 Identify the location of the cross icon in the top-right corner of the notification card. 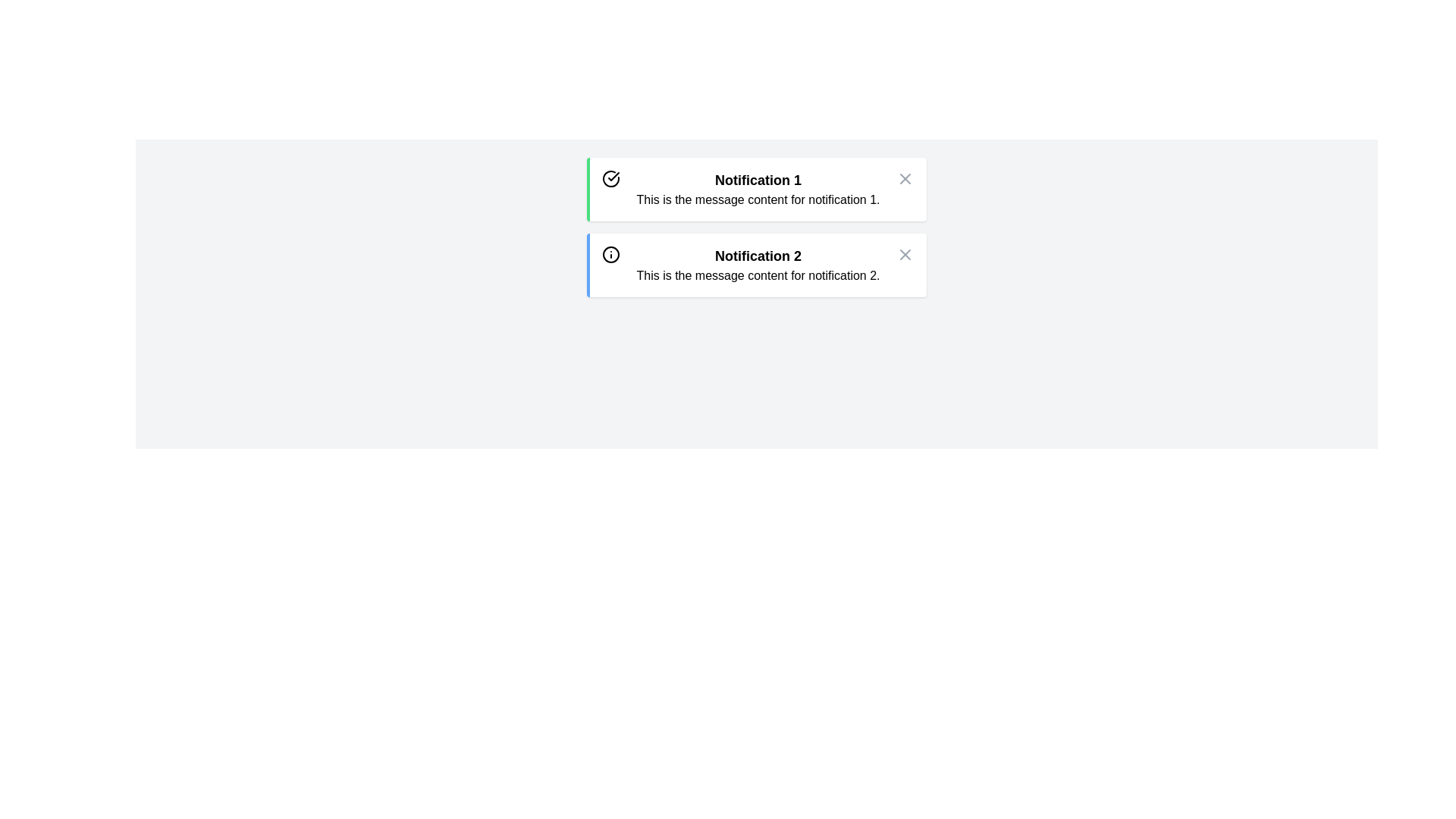
(905, 177).